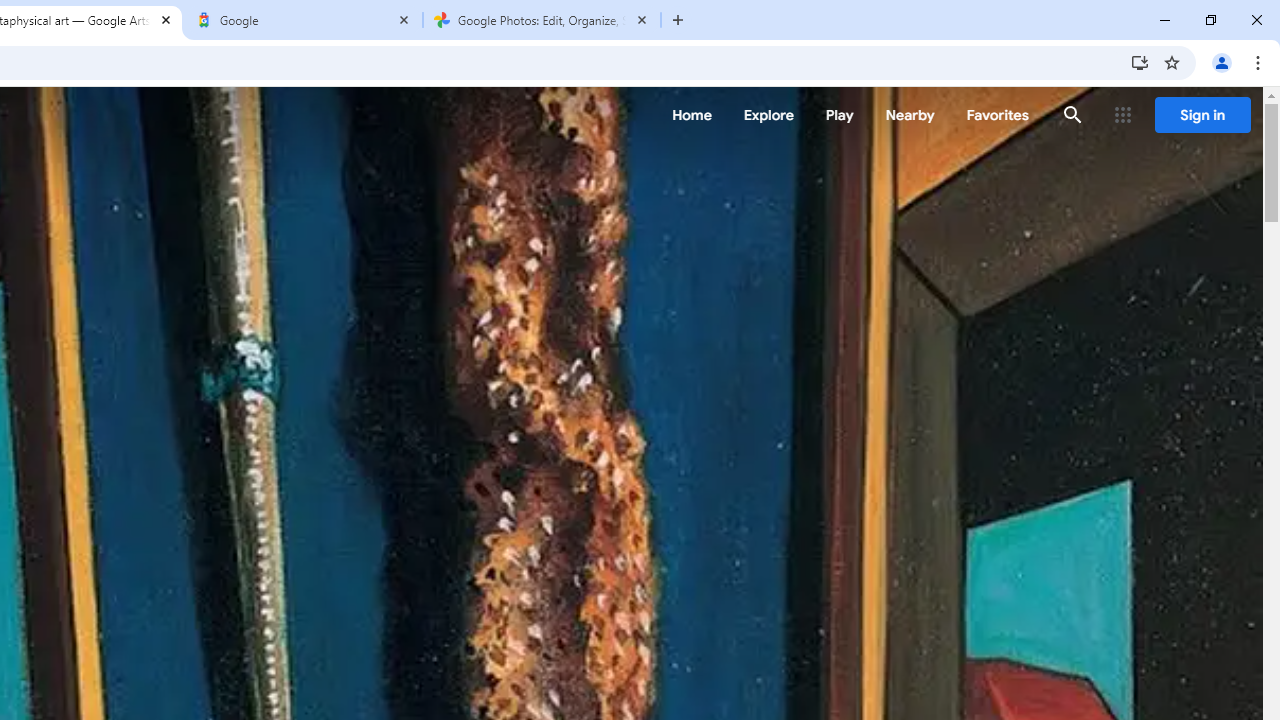  I want to click on 'Play', so click(840, 115).